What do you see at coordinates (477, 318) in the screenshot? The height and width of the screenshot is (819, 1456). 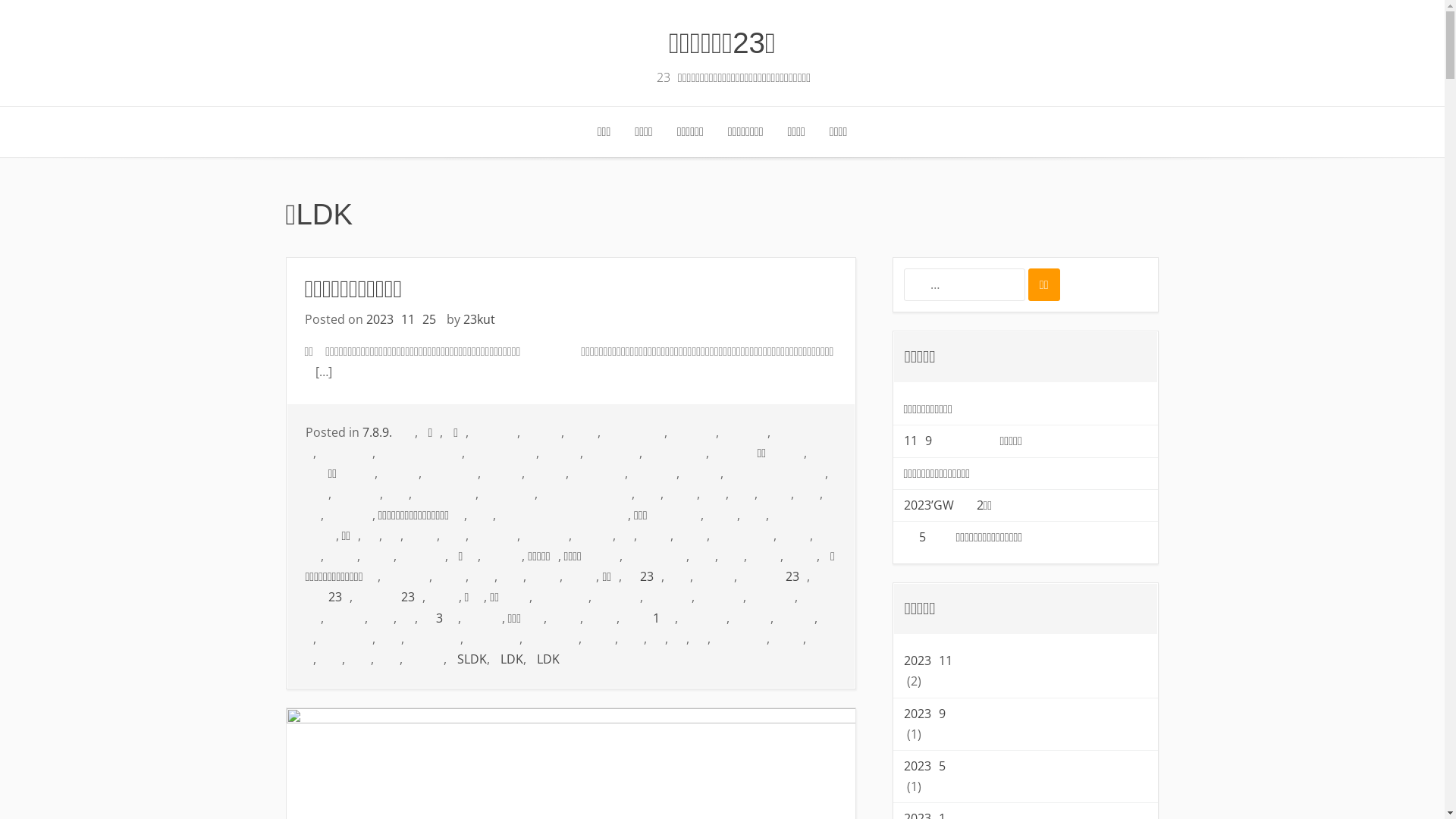 I see `'23kut'` at bounding box center [477, 318].